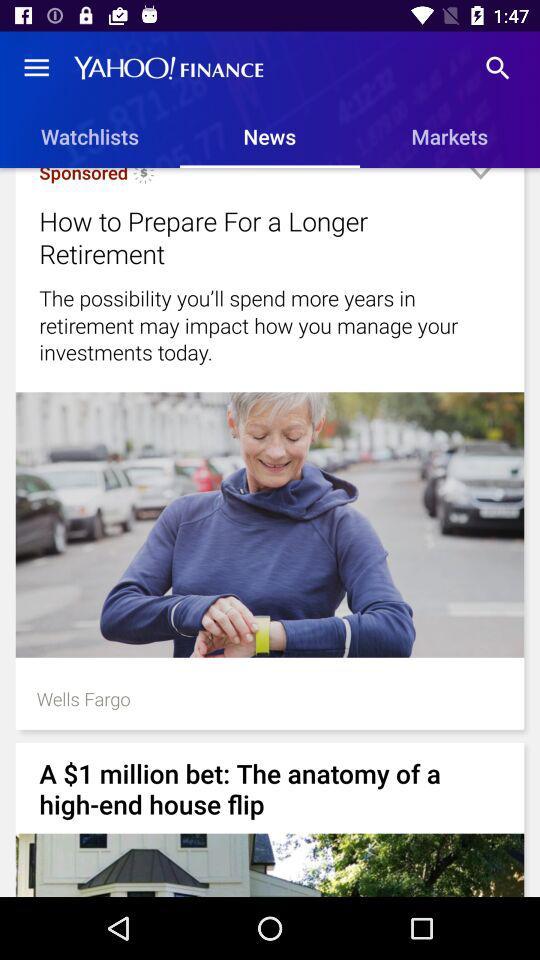 The width and height of the screenshot is (540, 960). Describe the element at coordinates (143, 178) in the screenshot. I see `icon next to sponsored icon` at that location.